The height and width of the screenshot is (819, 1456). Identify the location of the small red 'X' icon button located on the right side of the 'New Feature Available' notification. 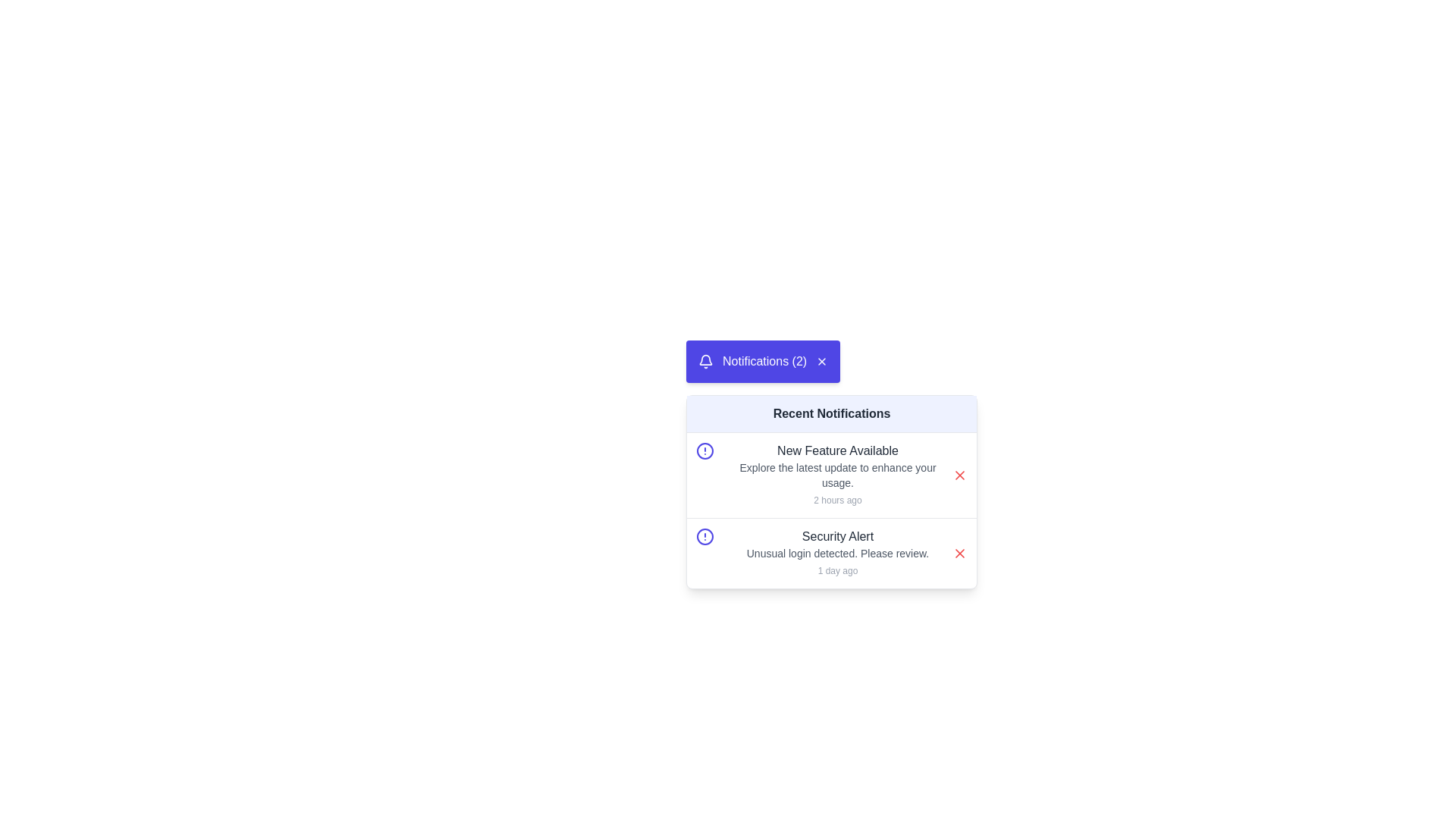
(959, 475).